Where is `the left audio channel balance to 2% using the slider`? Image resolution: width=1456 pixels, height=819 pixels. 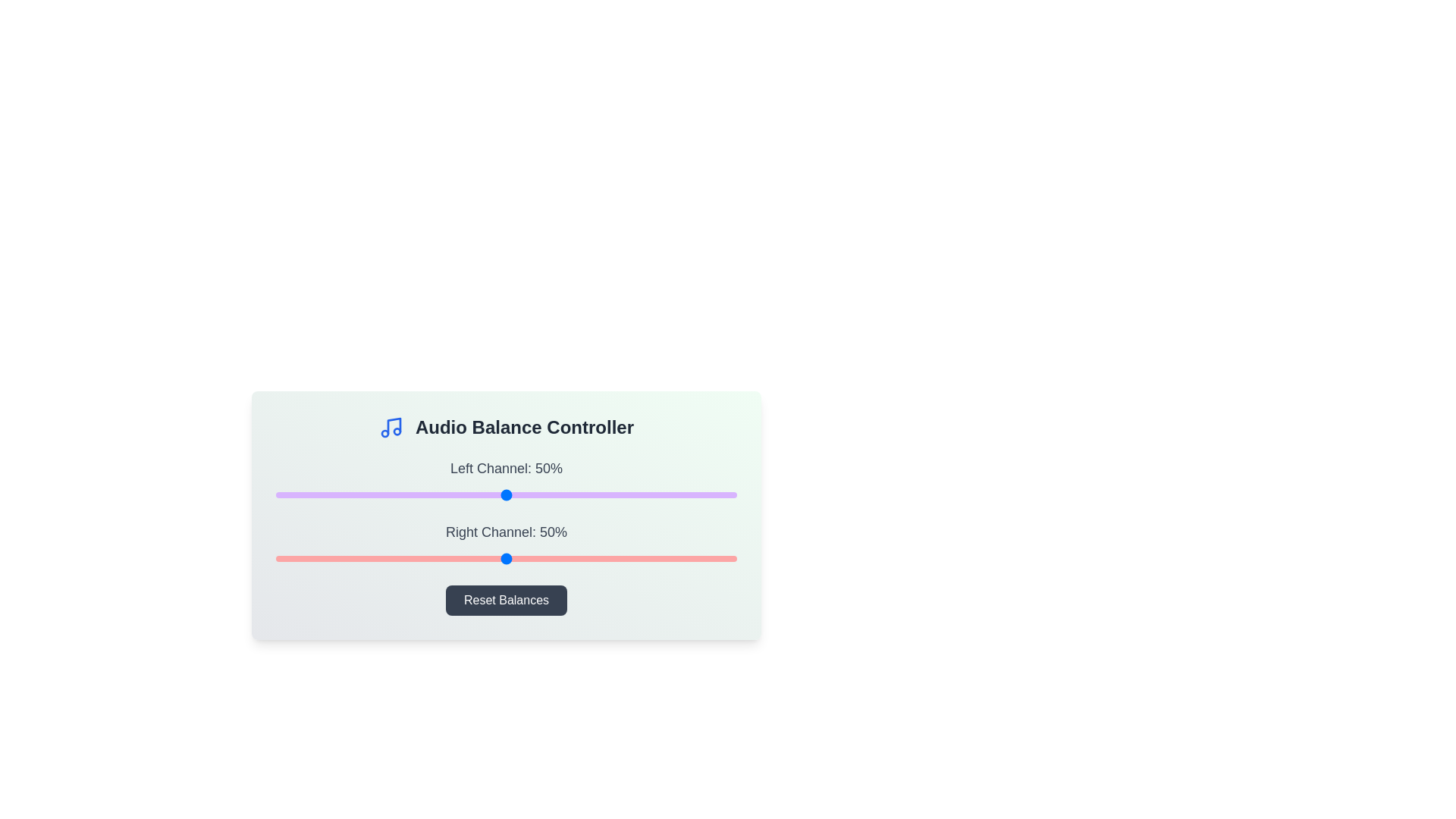 the left audio channel balance to 2% using the slider is located at coordinates (285, 494).